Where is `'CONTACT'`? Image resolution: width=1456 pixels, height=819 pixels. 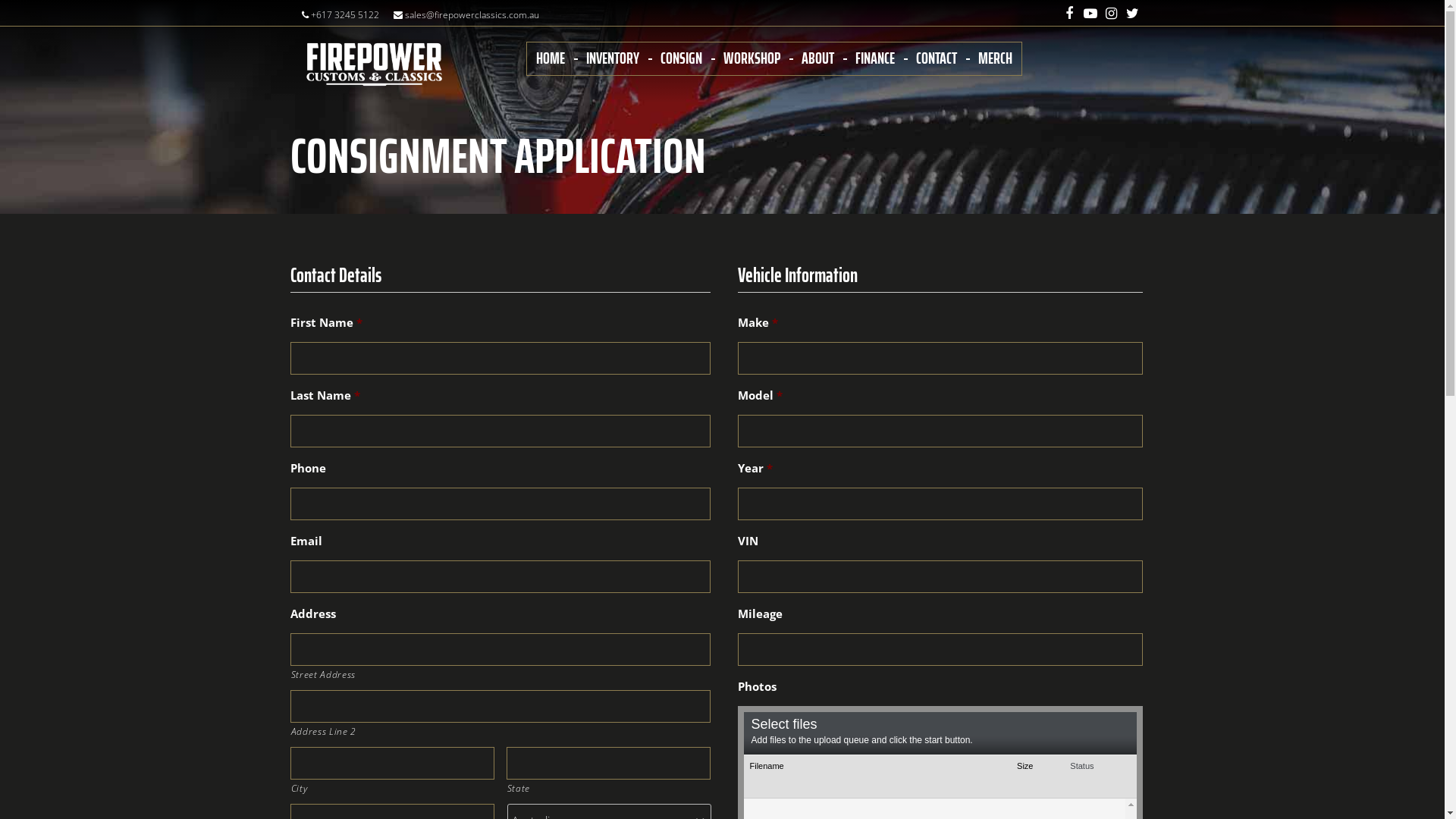 'CONTACT' is located at coordinates (935, 57).